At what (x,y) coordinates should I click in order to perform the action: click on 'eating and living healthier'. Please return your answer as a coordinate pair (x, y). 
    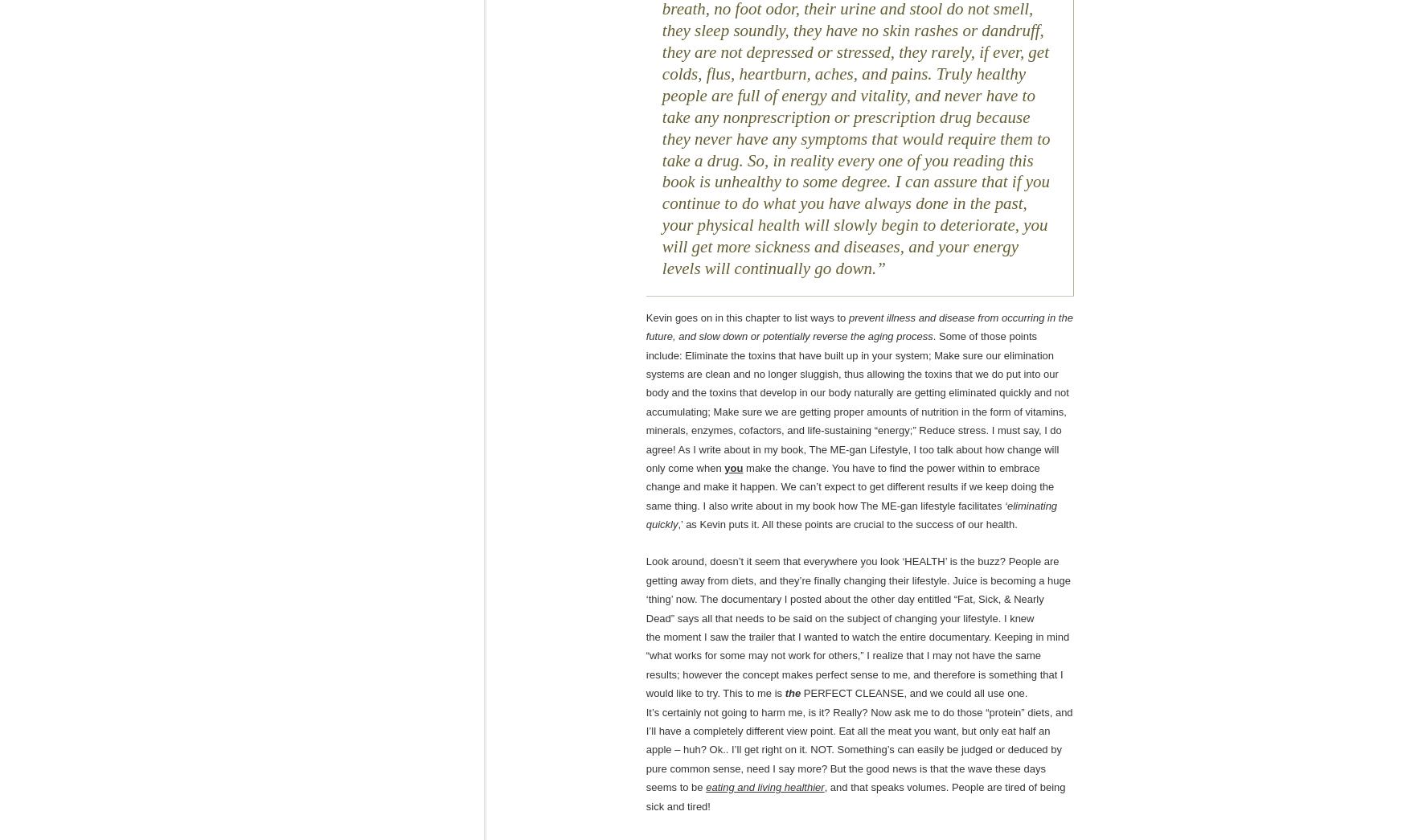
    Looking at the image, I should click on (764, 786).